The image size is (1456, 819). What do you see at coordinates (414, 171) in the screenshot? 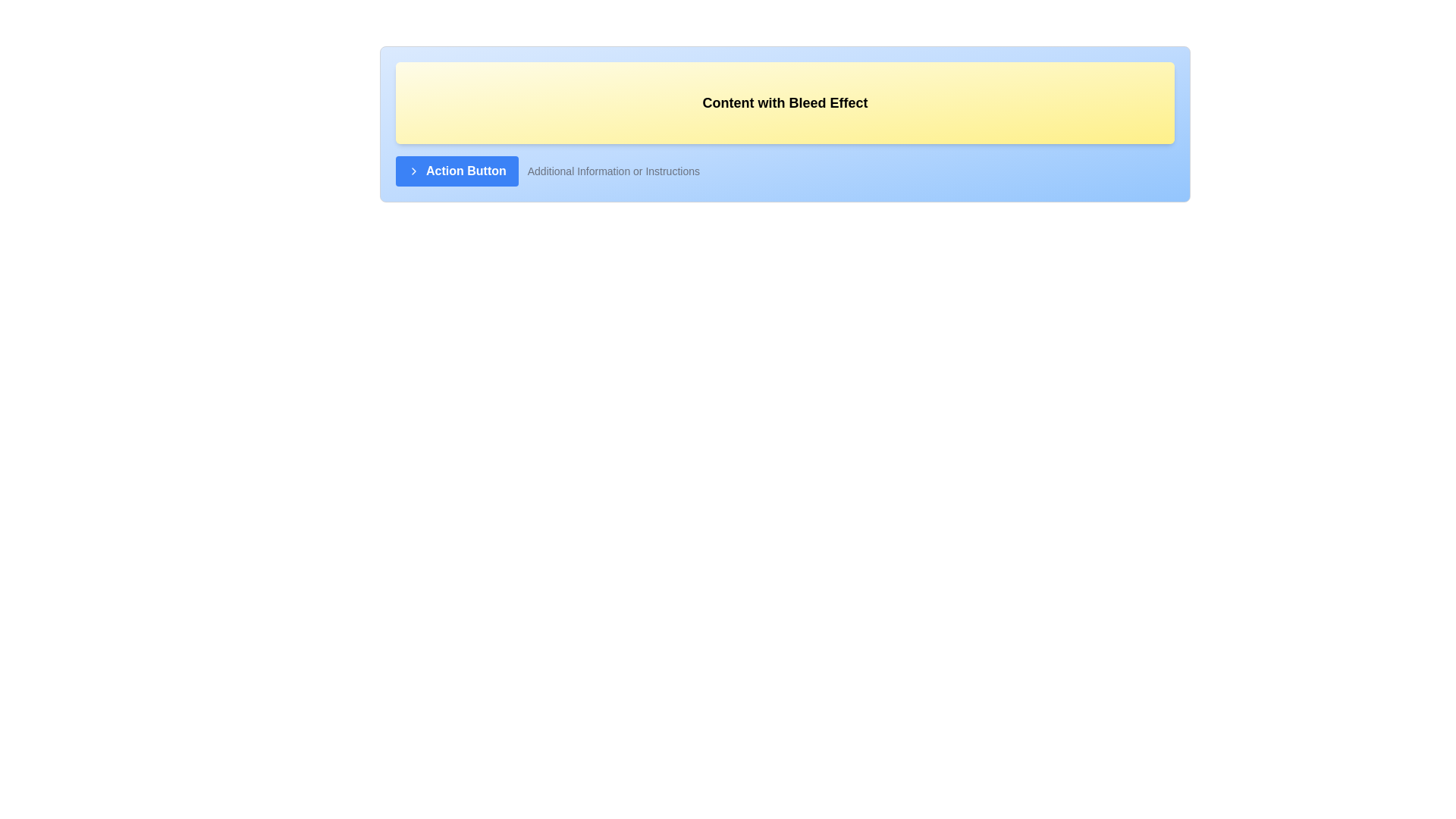
I see `the right-facing chevron icon embedded in the 'Action Button', located in the bottom-left region of the interface under the yellow content box` at bounding box center [414, 171].